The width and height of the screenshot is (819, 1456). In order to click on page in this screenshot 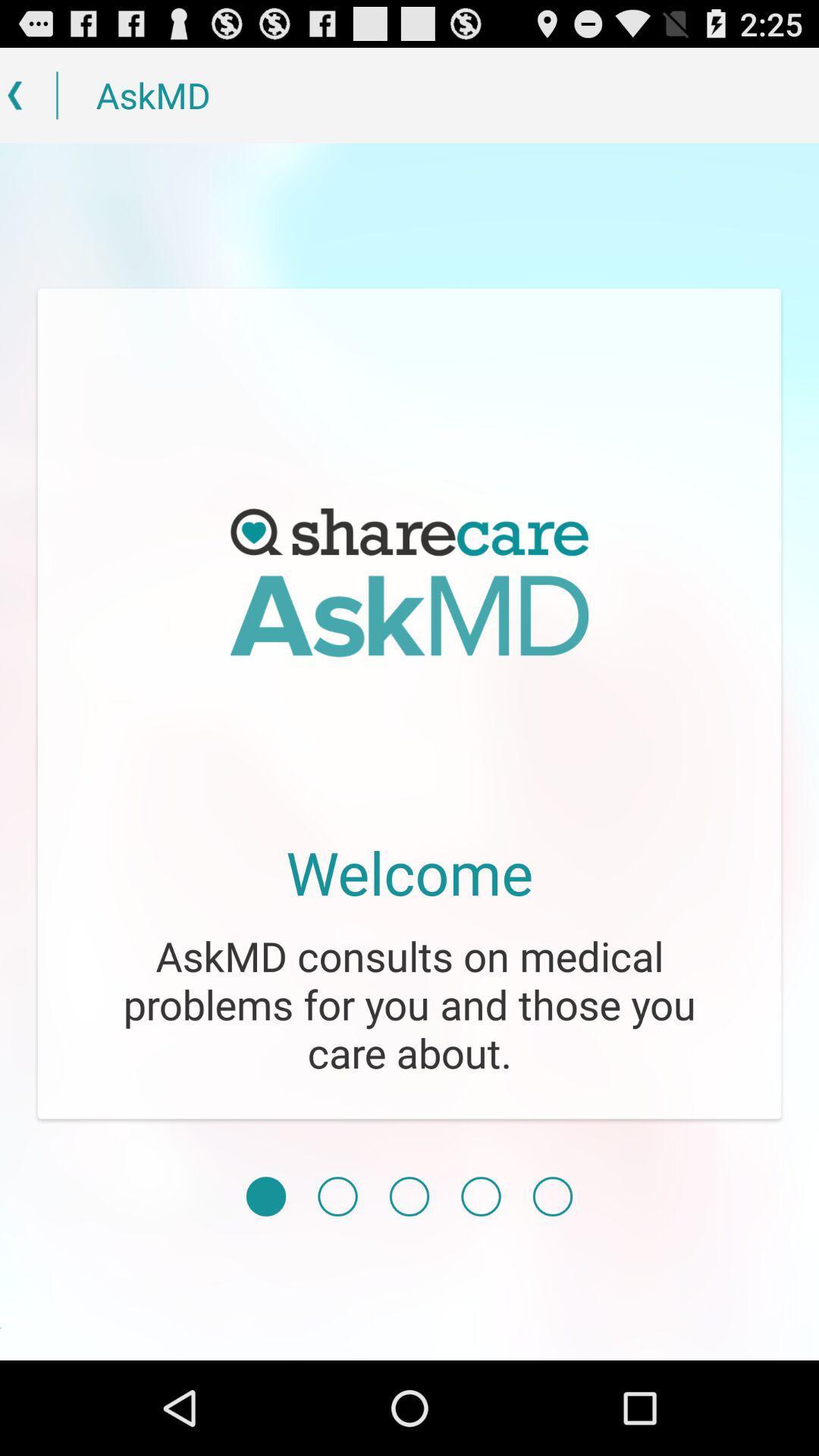, I will do `click(265, 1196)`.